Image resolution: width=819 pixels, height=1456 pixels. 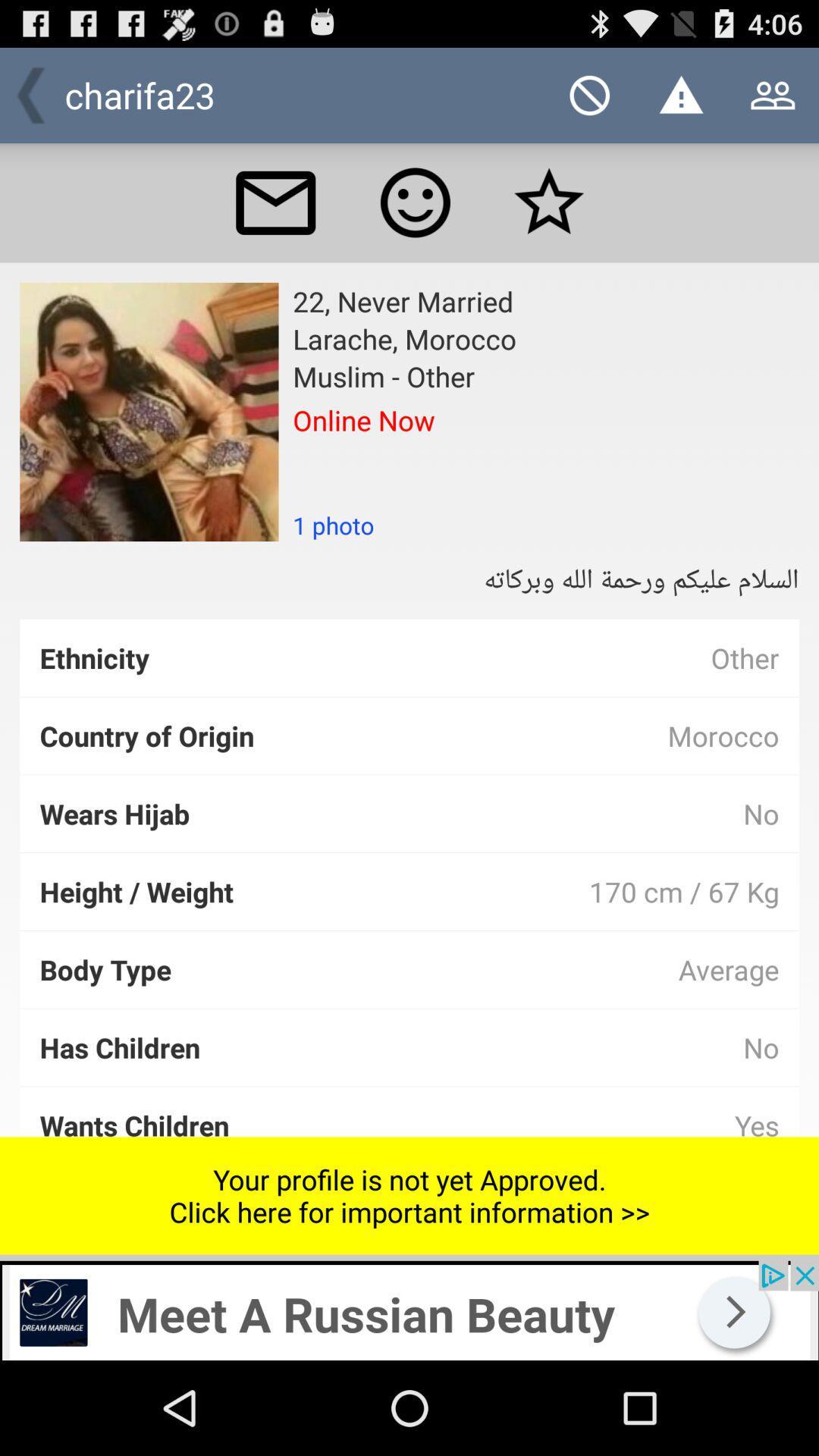 What do you see at coordinates (409, 1310) in the screenshot?
I see `advertisement page` at bounding box center [409, 1310].